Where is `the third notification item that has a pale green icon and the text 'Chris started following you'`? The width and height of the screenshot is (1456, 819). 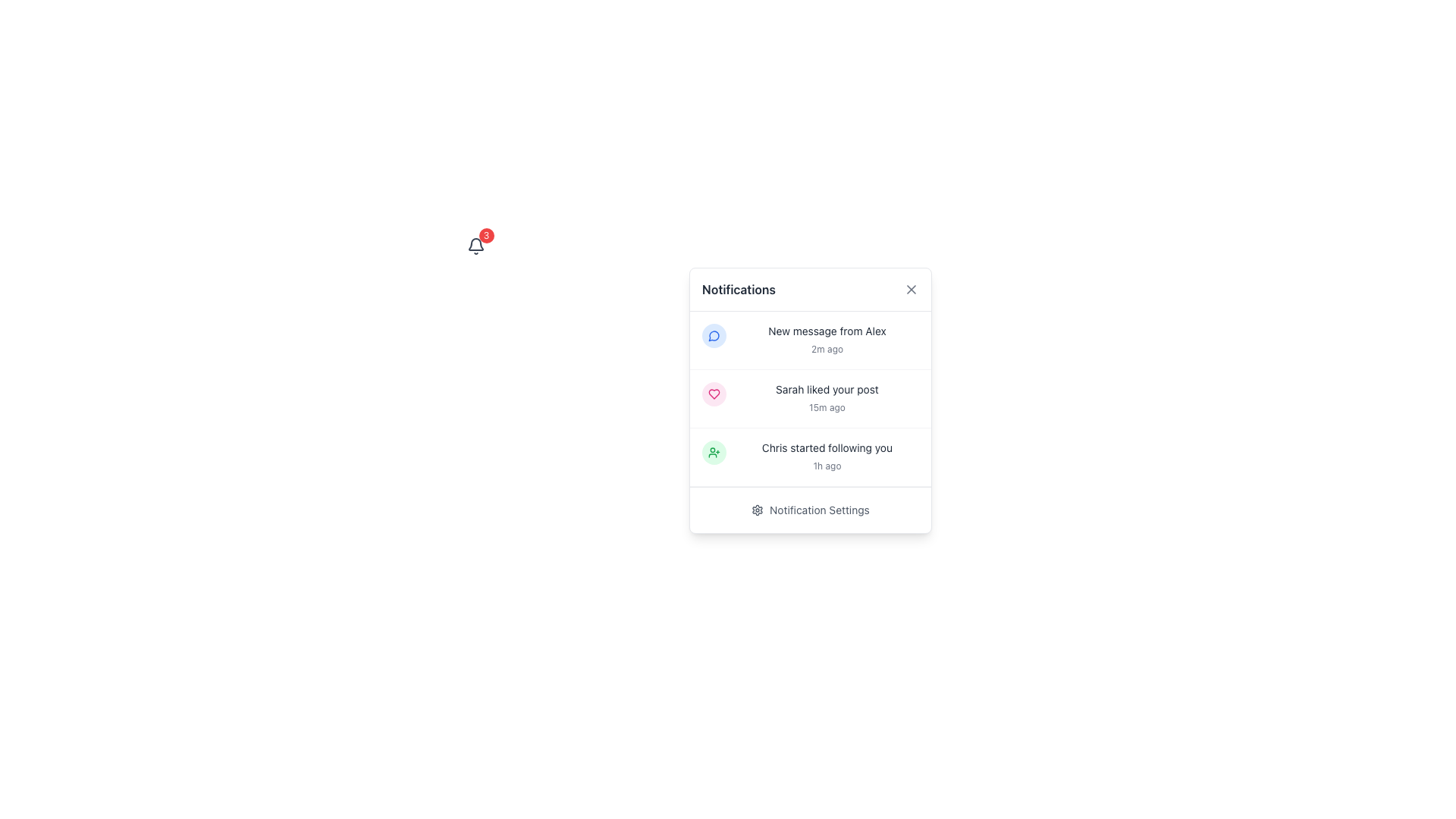 the third notification item that has a pale green icon and the text 'Chris started following you' is located at coordinates (810, 456).